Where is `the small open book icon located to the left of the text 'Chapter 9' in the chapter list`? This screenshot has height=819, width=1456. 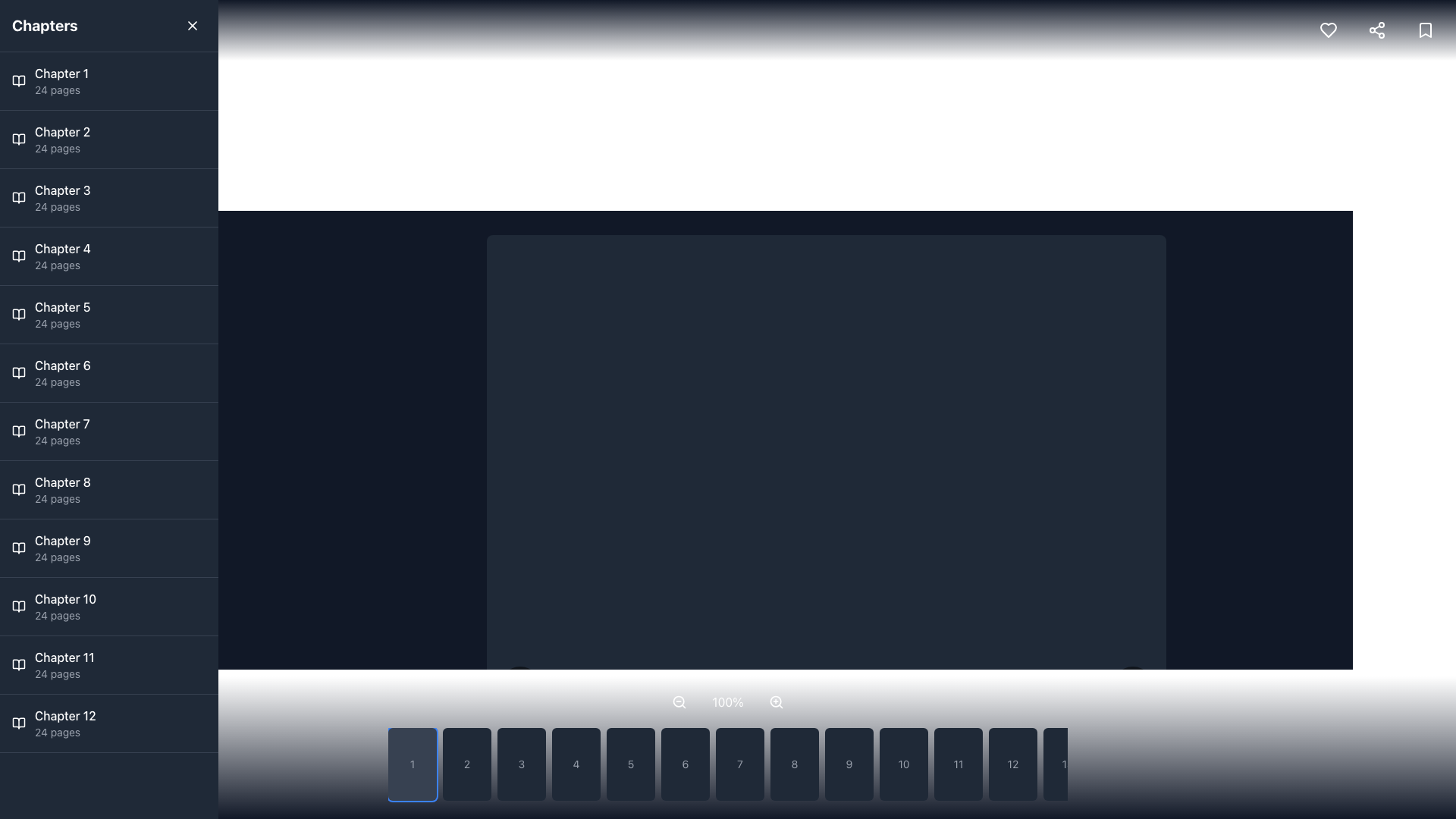
the small open book icon located to the left of the text 'Chapter 9' in the chapter list is located at coordinates (18, 548).